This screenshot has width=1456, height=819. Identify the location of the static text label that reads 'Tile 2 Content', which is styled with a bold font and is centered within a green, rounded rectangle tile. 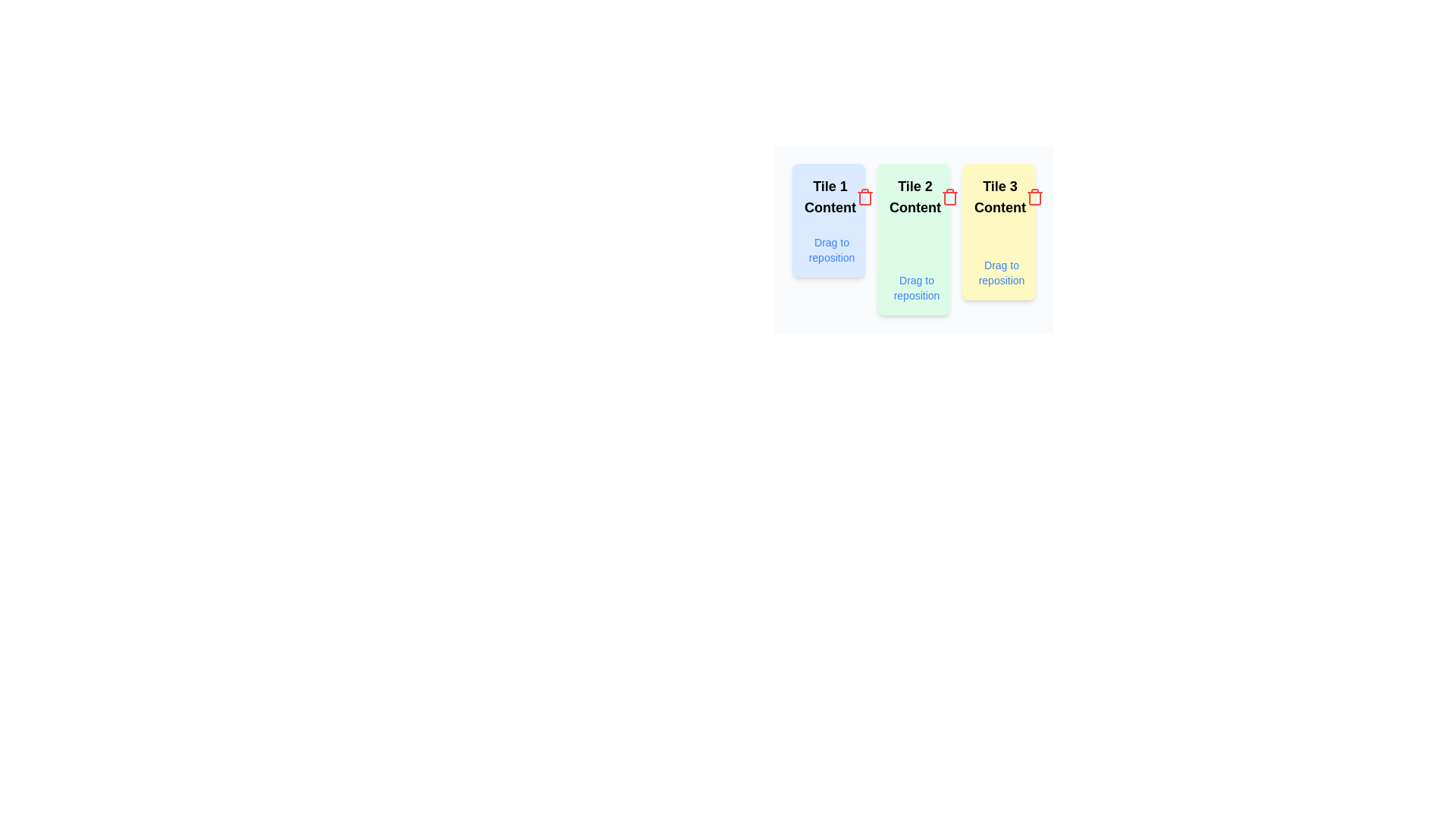
(912, 196).